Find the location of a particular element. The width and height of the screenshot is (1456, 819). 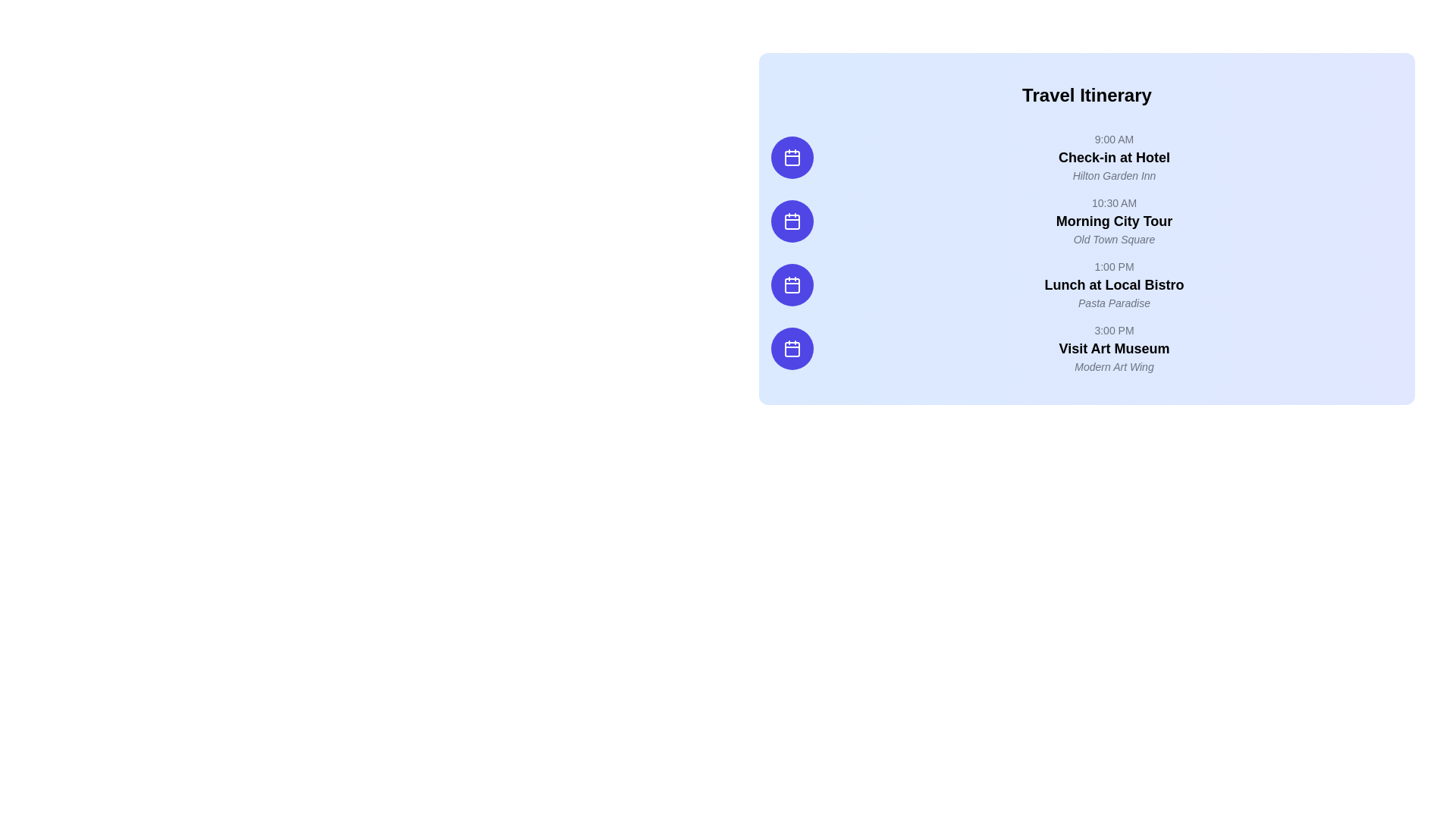

the schedule entry for 'Lunch at Local Bistro' at '1:00 PM' for more details is located at coordinates (1114, 284).